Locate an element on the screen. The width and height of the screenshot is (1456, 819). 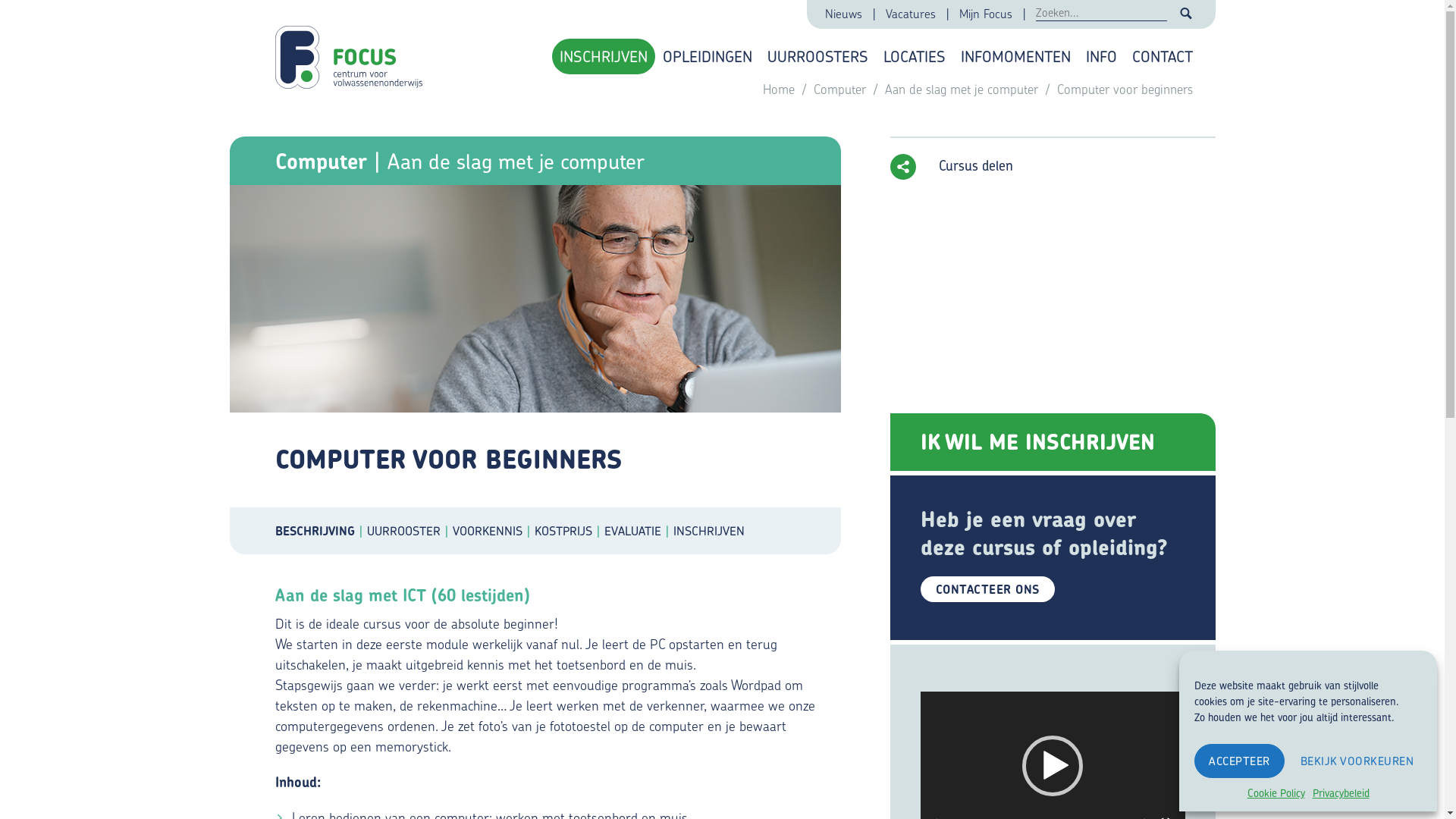
'UURROOSTER' is located at coordinates (409, 529).